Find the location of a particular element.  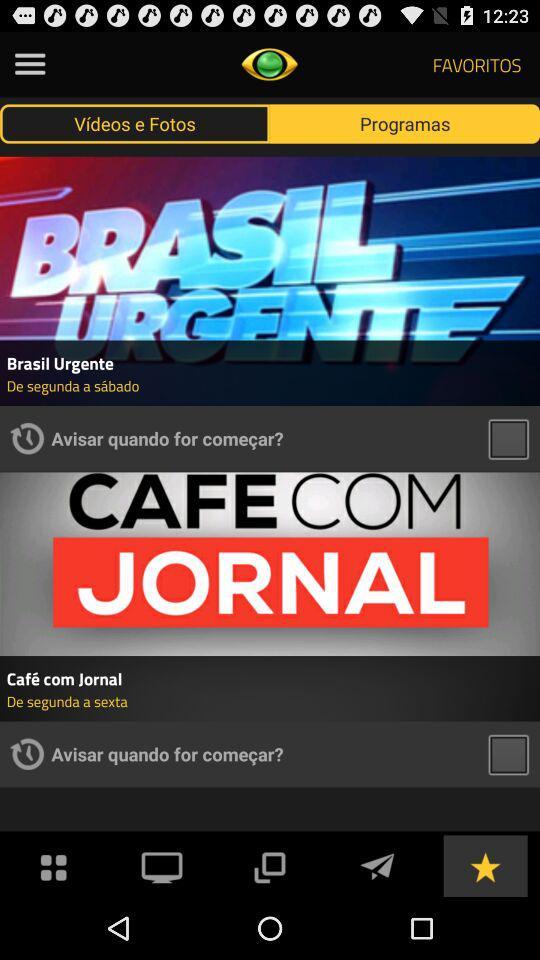

open side menu is located at coordinates (29, 64).